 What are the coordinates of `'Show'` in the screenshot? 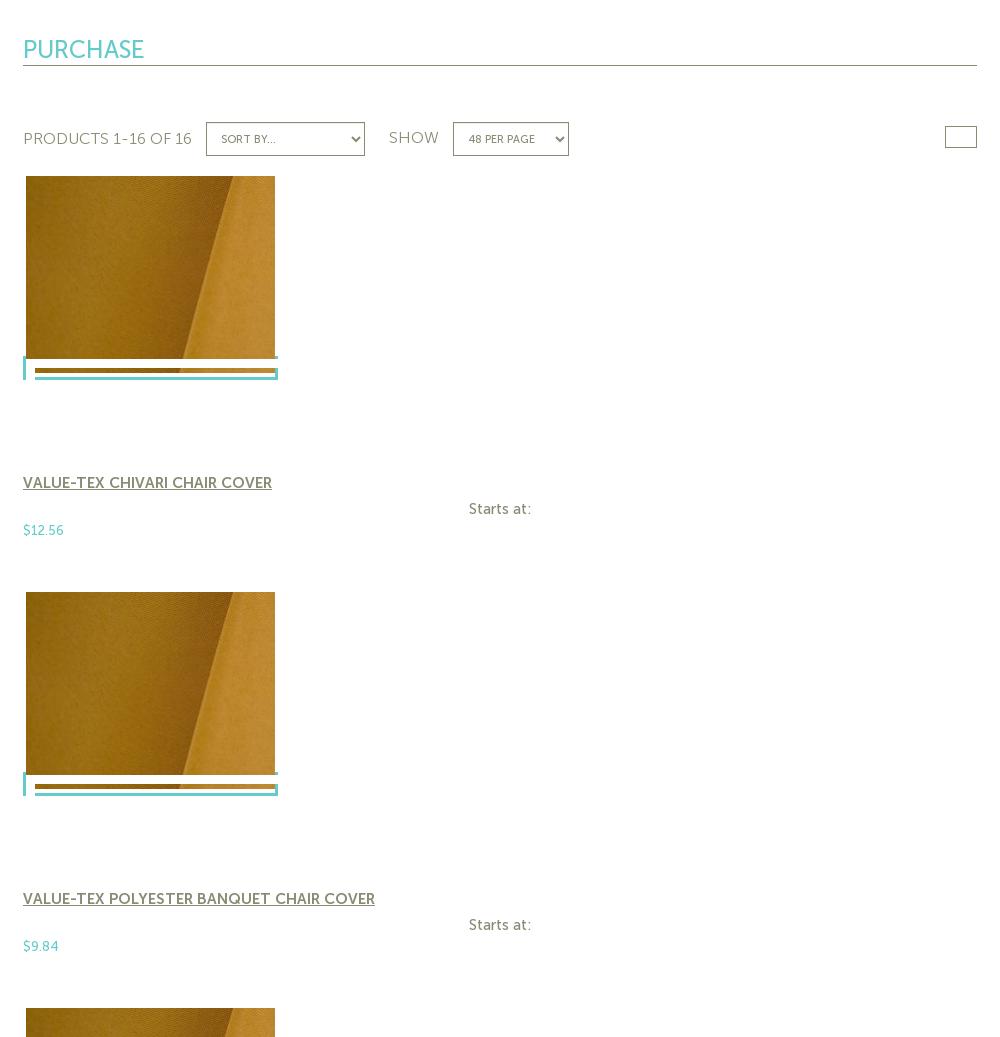 It's located at (414, 136).